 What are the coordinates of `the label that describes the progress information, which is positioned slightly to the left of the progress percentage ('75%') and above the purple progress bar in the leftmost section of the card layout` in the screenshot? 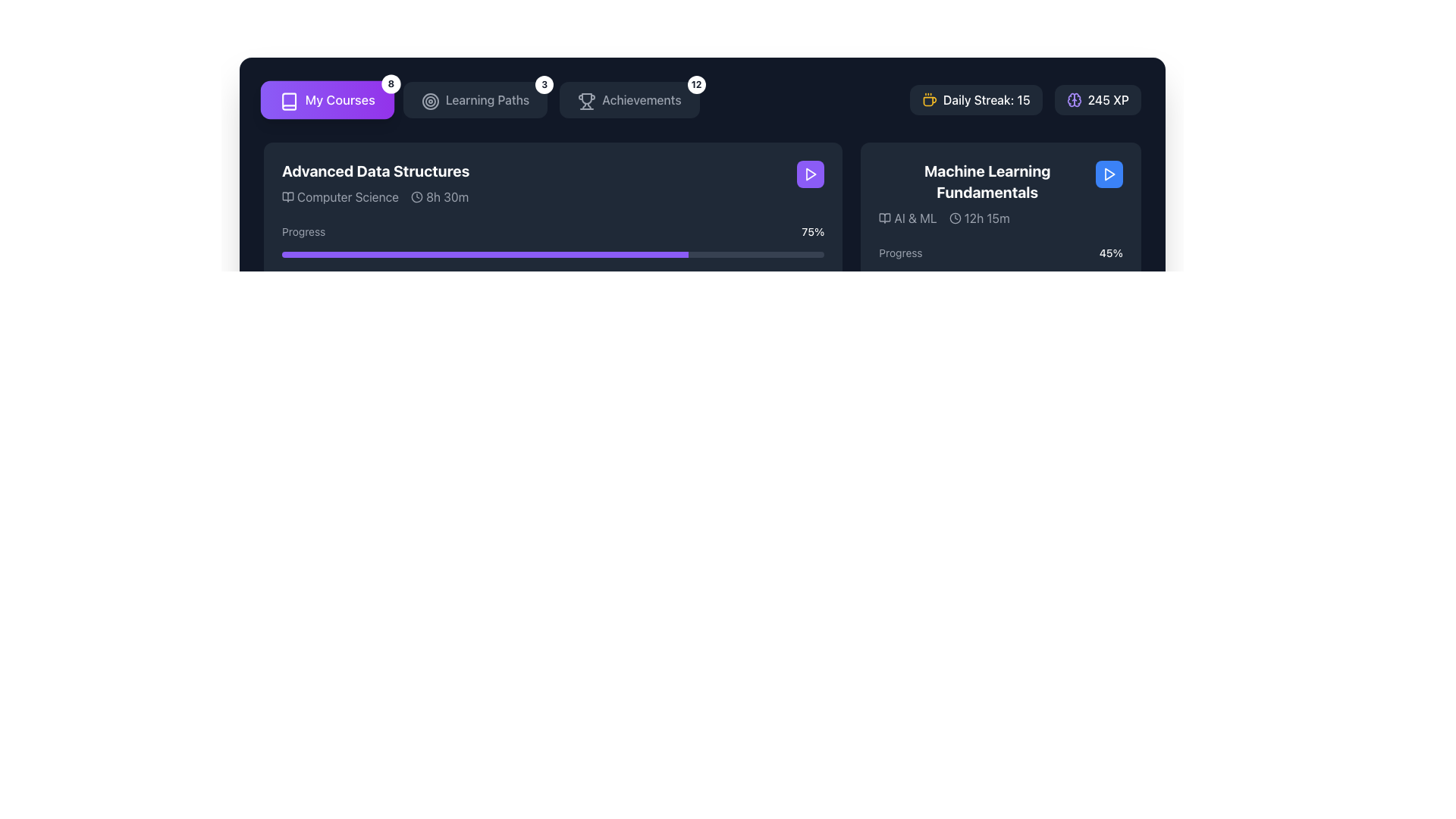 It's located at (303, 231).